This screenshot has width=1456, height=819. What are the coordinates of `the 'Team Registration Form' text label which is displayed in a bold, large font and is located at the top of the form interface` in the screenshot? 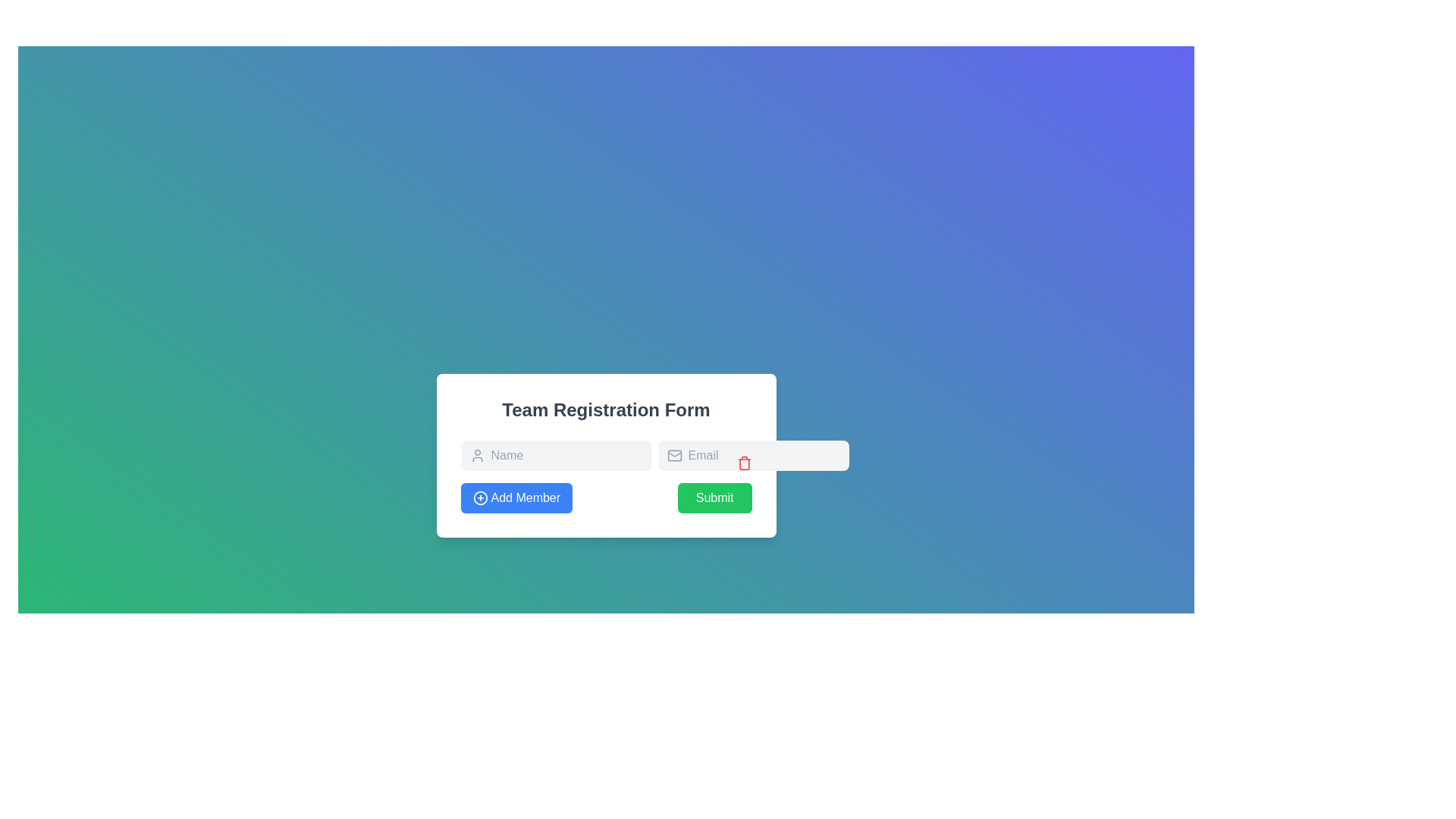 It's located at (605, 409).